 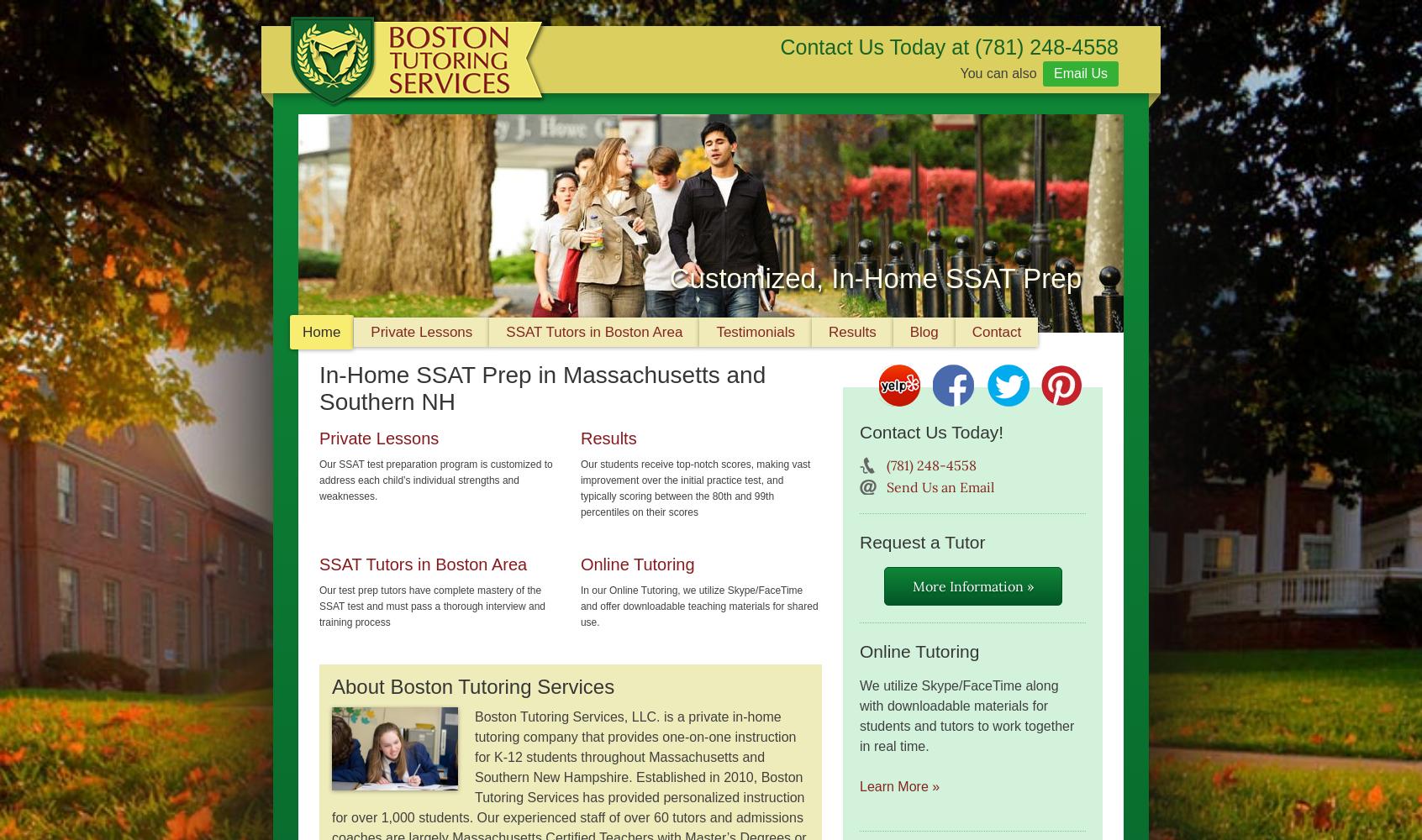 I want to click on 'In-Home SSAT Prep in Massachusetts and Southern NH', so click(x=542, y=387).